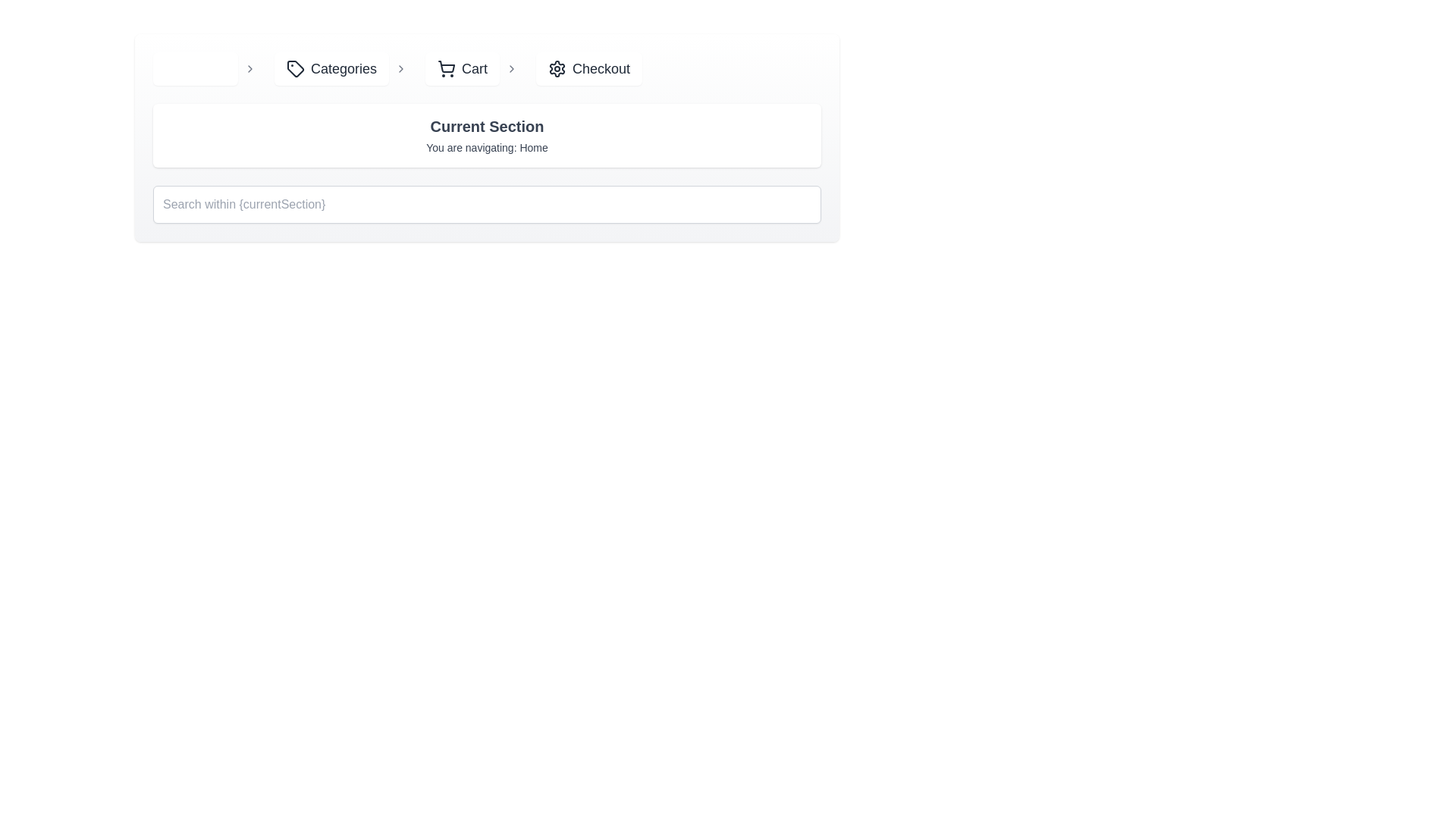 This screenshot has width=1456, height=819. I want to click on the forward navigation icon located to the right of the 'Home' text in the breadcrumb navigation bar to understand its significance for navigation, so click(250, 69).